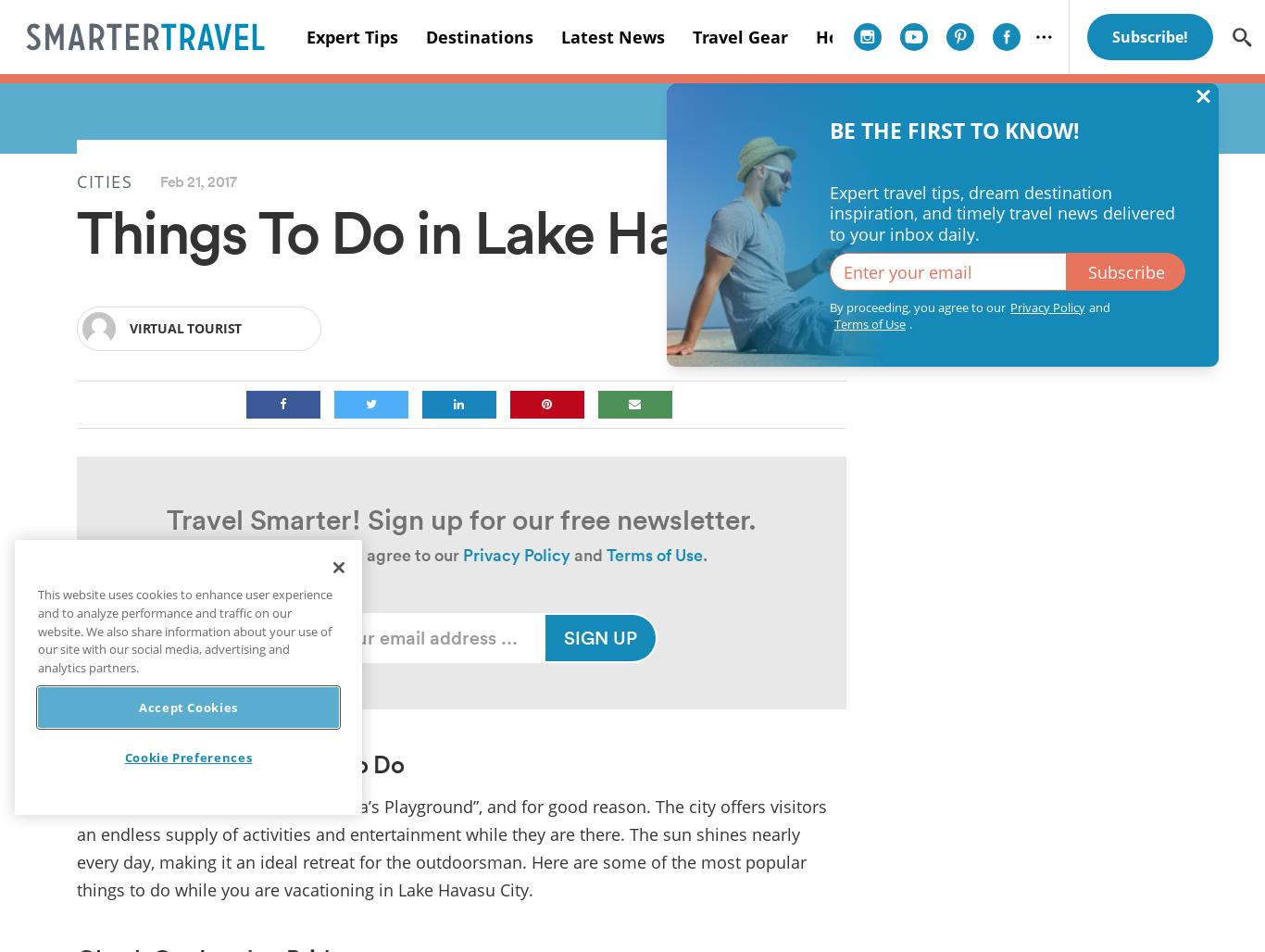 The image size is (1265, 952). I want to click on 'BE THE FIRST TO KNOW!', so click(954, 131).